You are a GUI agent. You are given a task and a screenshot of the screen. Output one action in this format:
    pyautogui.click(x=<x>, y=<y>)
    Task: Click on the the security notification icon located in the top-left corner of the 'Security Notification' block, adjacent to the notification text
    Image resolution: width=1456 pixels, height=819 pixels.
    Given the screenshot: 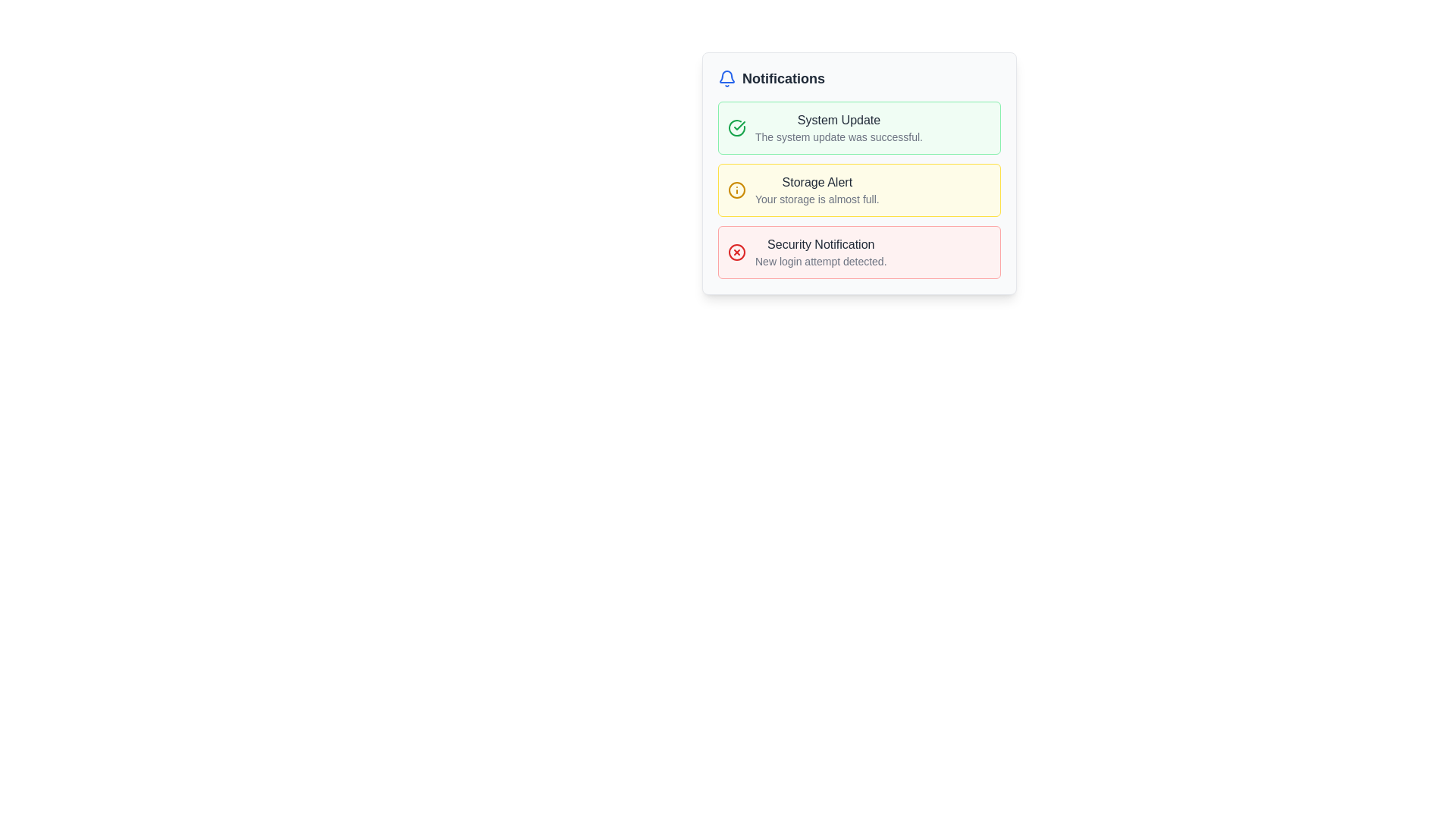 What is the action you would take?
    pyautogui.click(x=736, y=251)
    